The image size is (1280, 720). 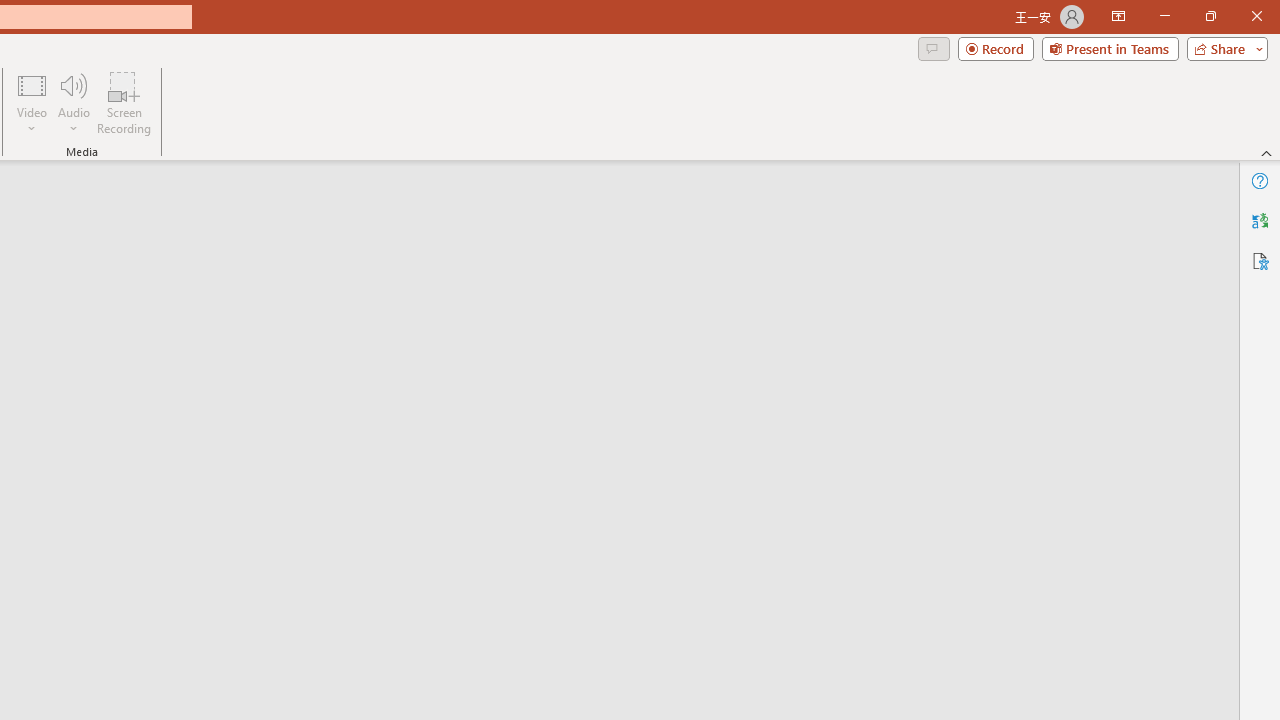 I want to click on 'Audio', so click(x=73, y=103).